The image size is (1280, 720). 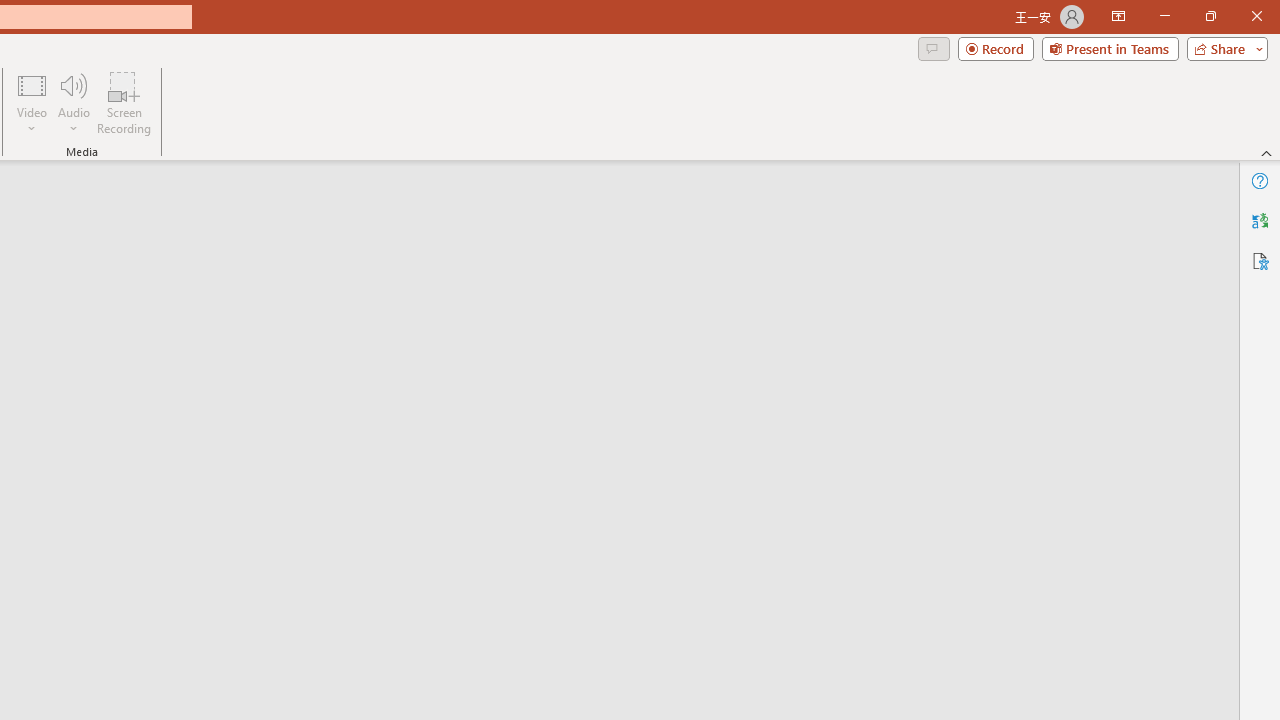 I want to click on 'Audio', so click(x=73, y=103).